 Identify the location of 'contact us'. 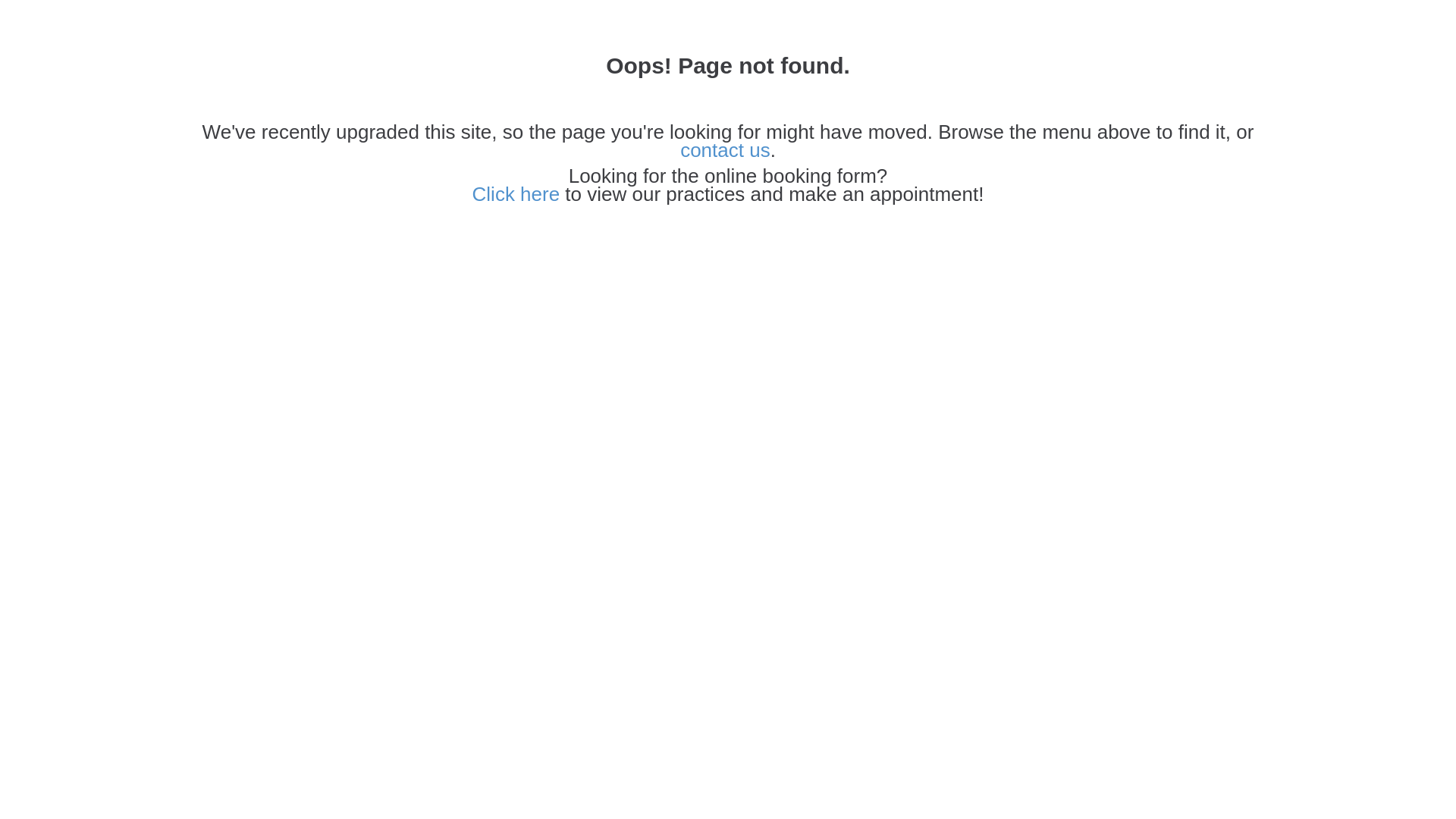
(724, 149).